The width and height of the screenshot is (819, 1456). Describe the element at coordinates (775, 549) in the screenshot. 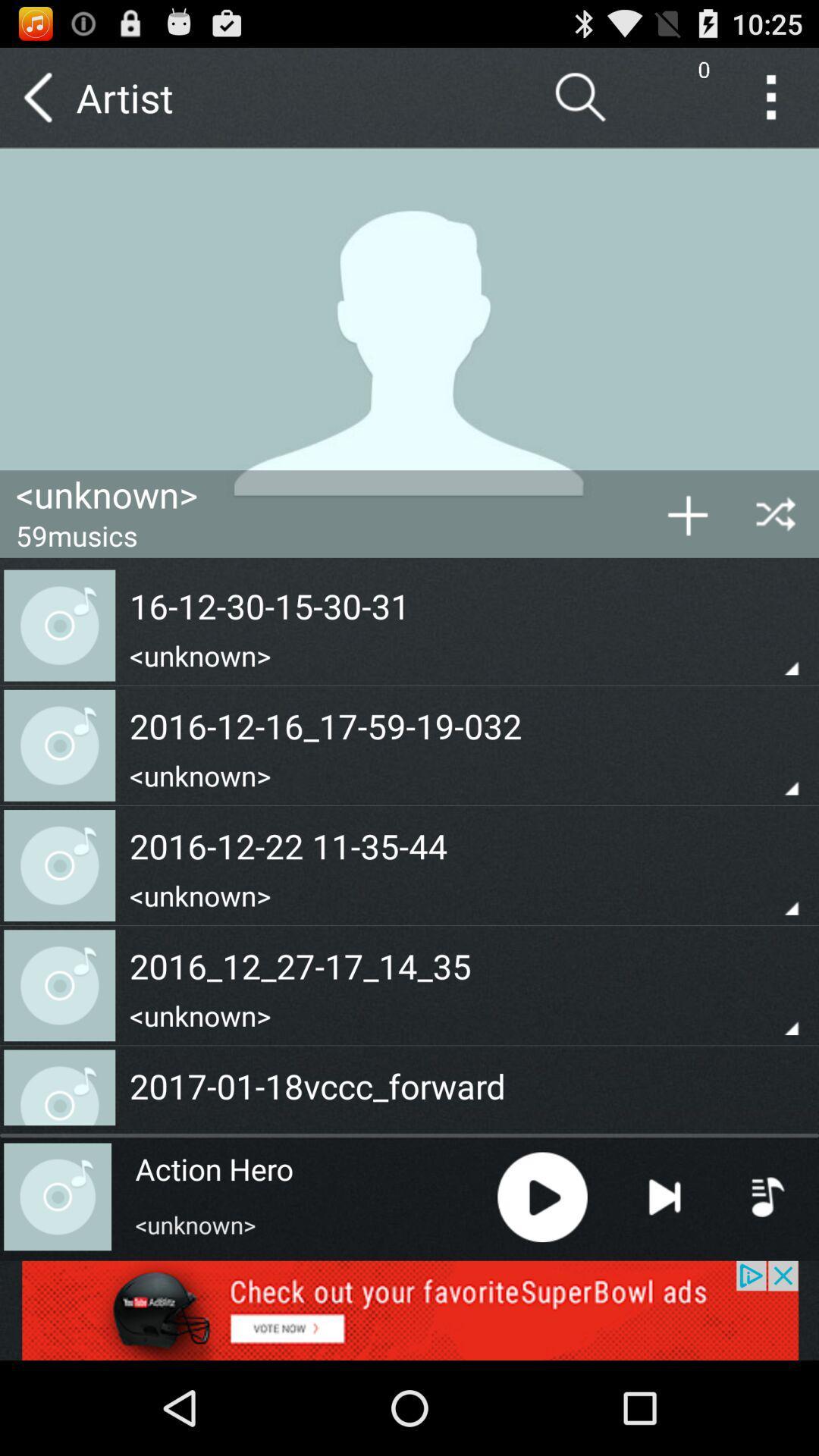

I see `the close icon` at that location.